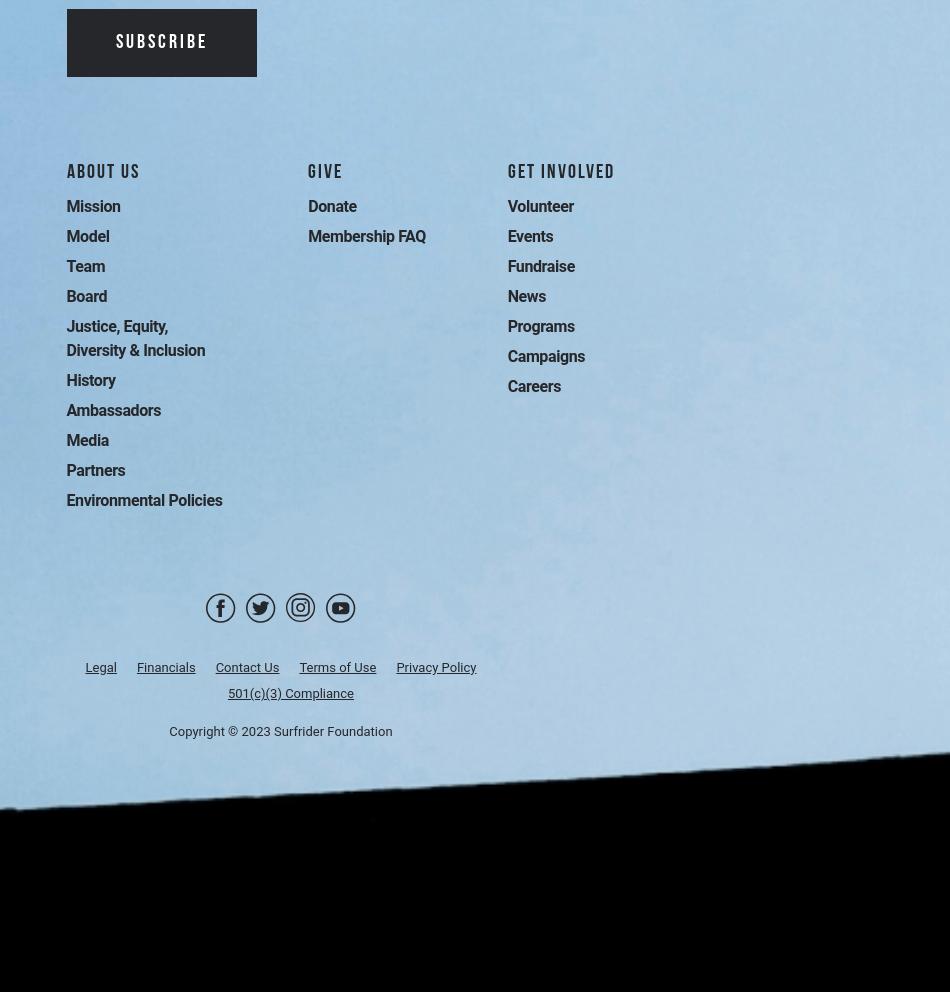  What do you see at coordinates (434, 666) in the screenshot?
I see `'Privacy Policy'` at bounding box center [434, 666].